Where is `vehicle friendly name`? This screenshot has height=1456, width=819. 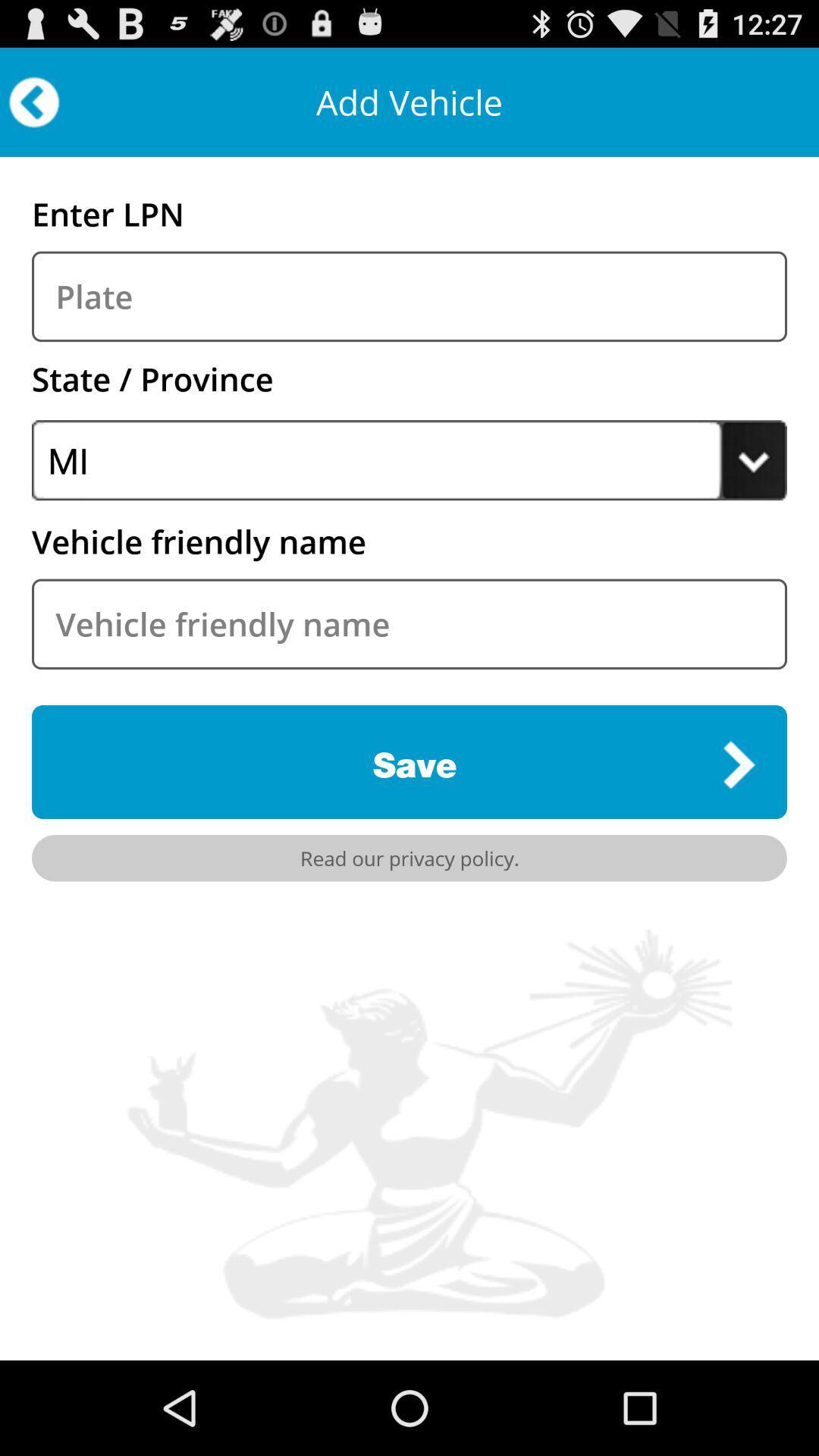
vehicle friendly name is located at coordinates (409, 624).